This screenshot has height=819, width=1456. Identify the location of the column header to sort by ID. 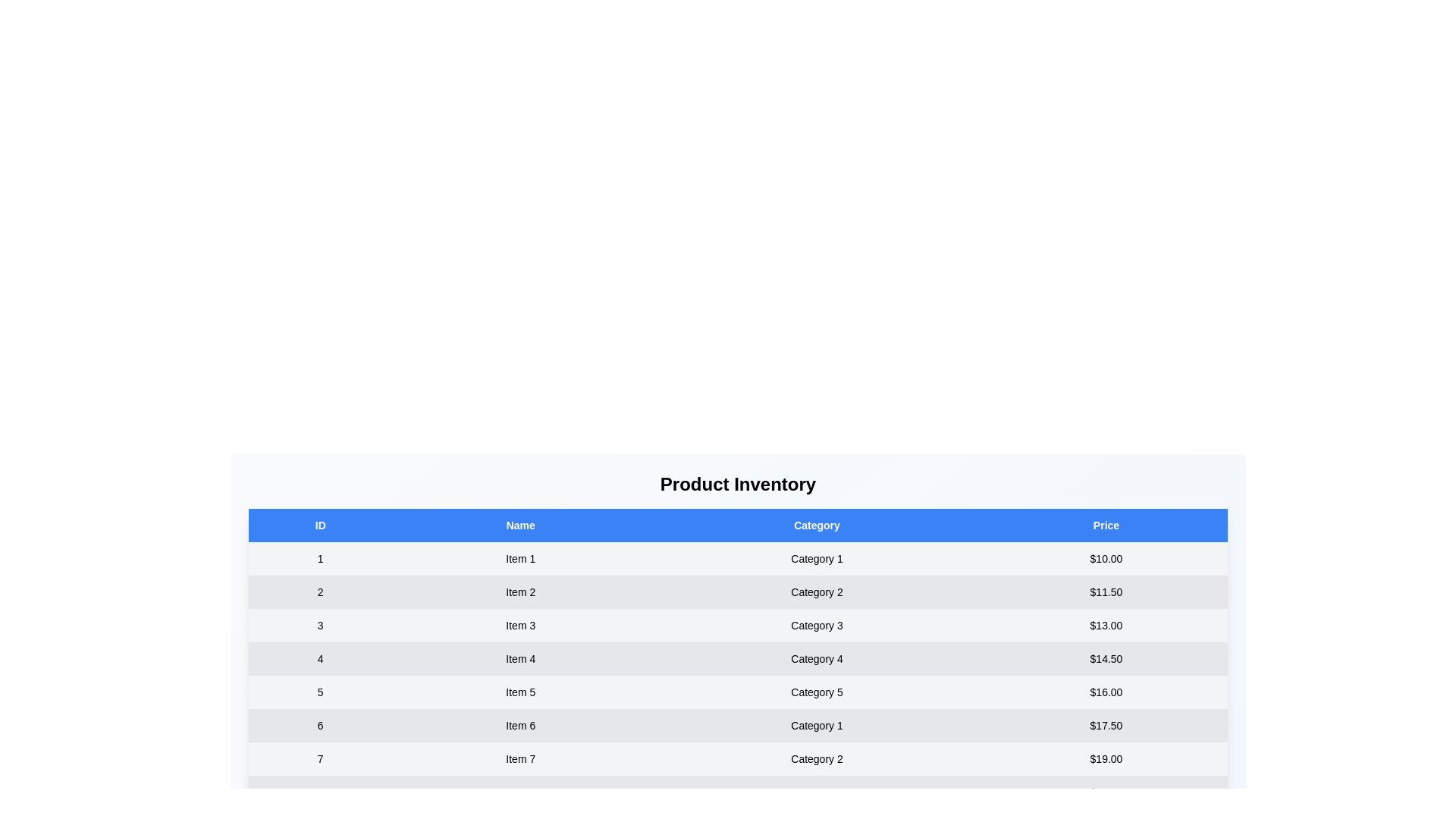
(319, 525).